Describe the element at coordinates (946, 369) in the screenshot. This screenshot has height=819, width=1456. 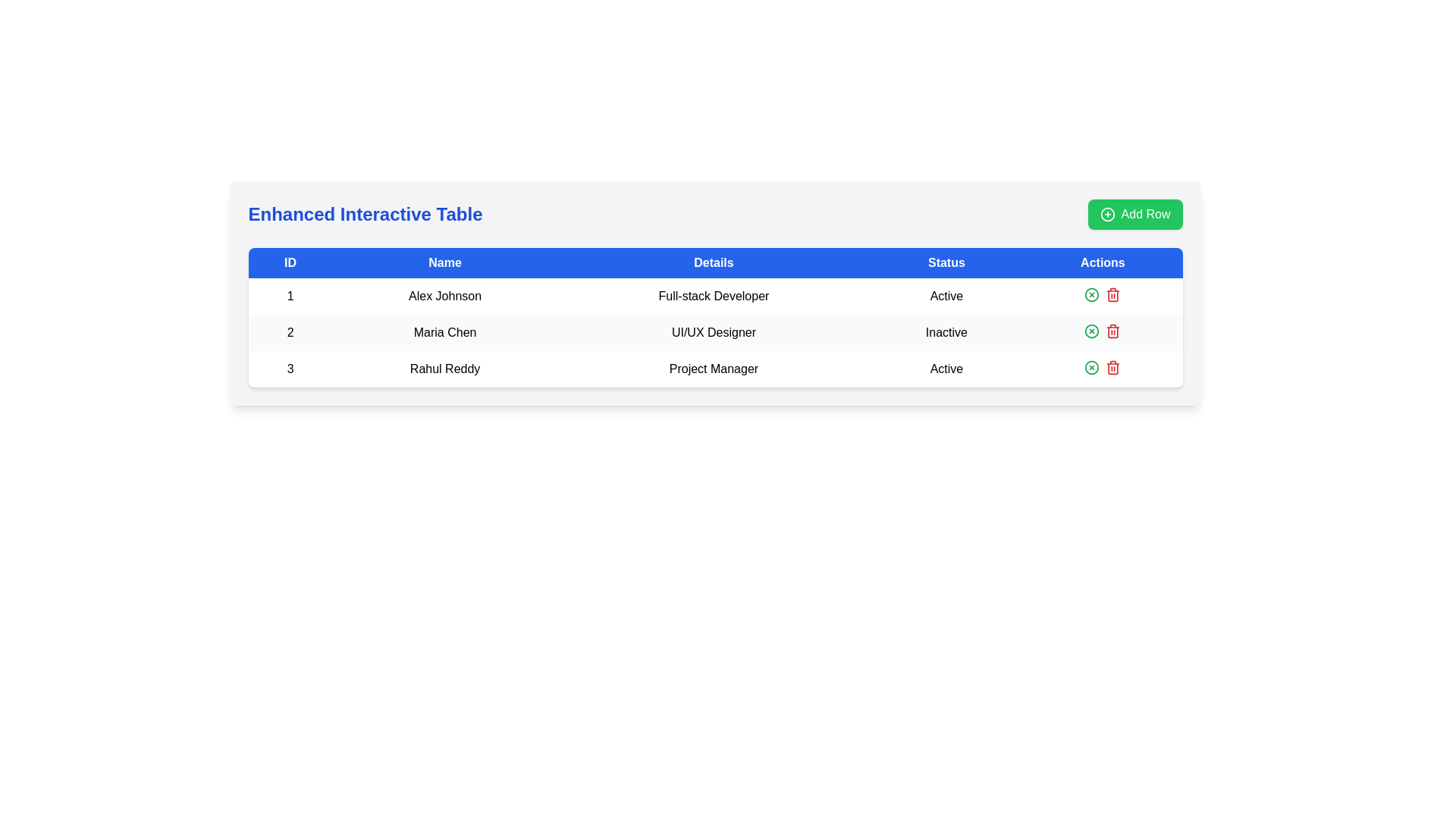
I see `the text label displaying 'Active' in the 'Status' column of the table, adjacent to 'Project Manager'` at that location.